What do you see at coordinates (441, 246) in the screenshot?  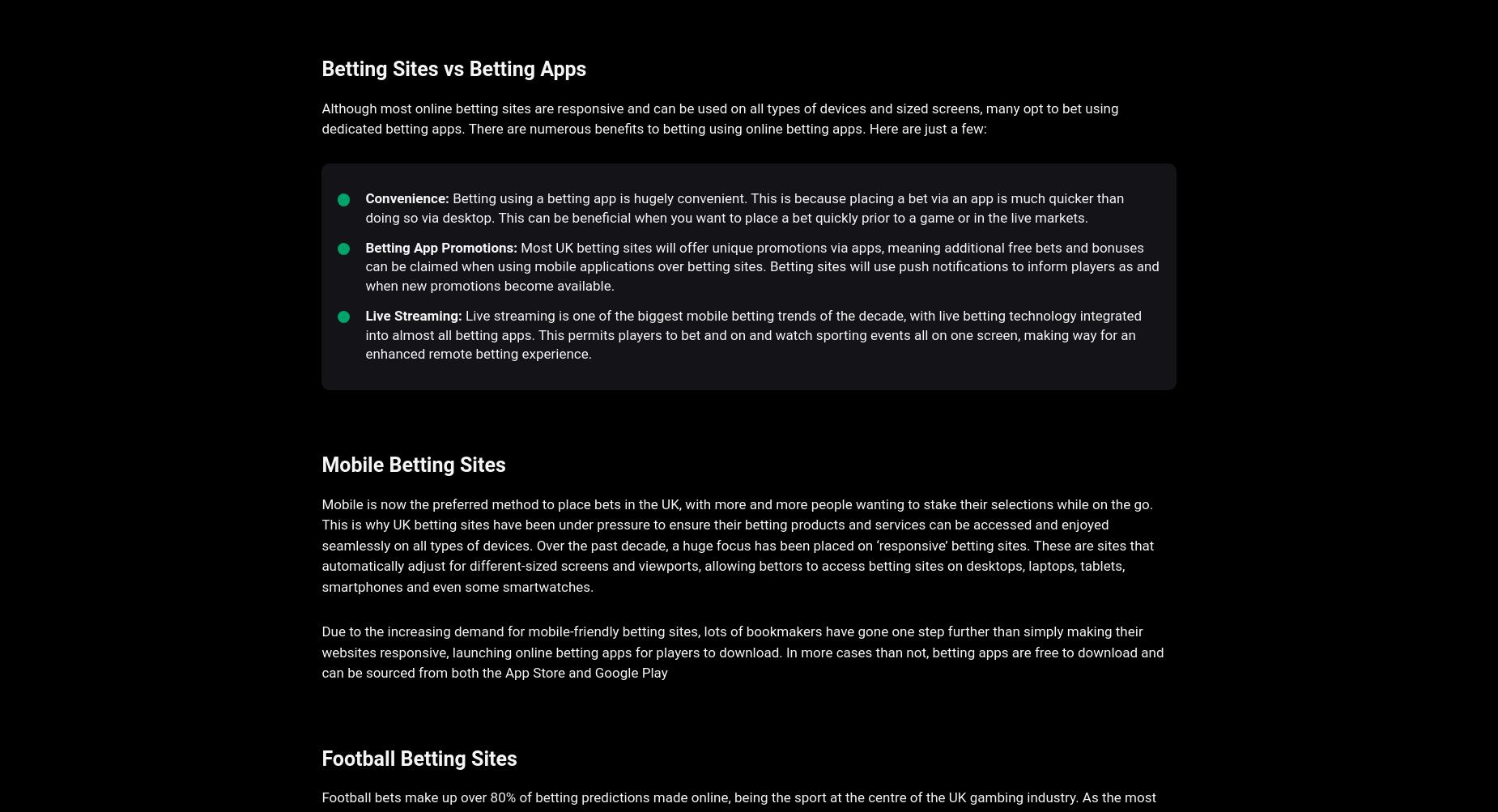 I see `'Betting App Promotions:'` at bounding box center [441, 246].